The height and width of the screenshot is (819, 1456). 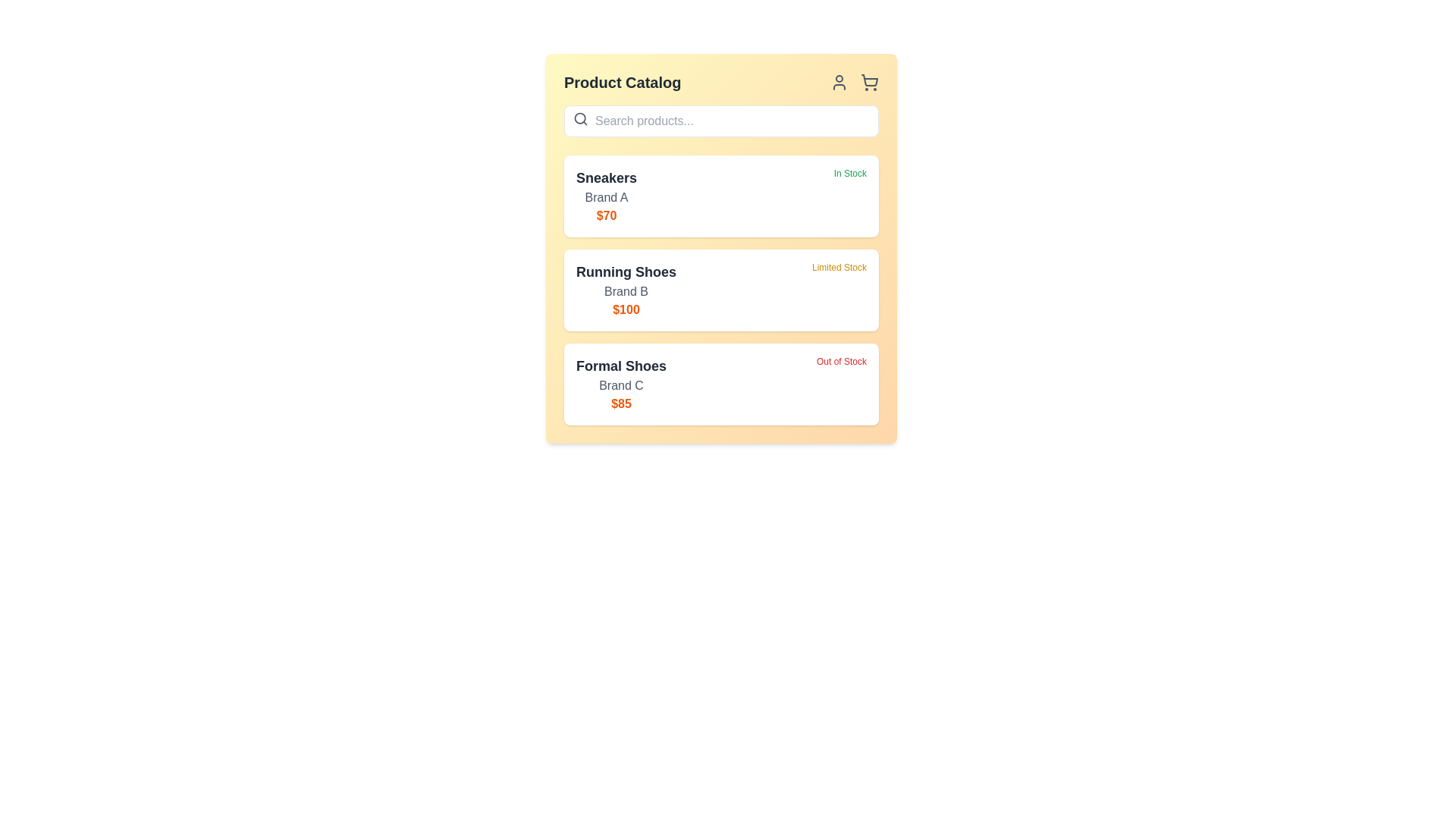 What do you see at coordinates (870, 80) in the screenshot?
I see `the shopping cart icon located in the top-right corner of the interface` at bounding box center [870, 80].